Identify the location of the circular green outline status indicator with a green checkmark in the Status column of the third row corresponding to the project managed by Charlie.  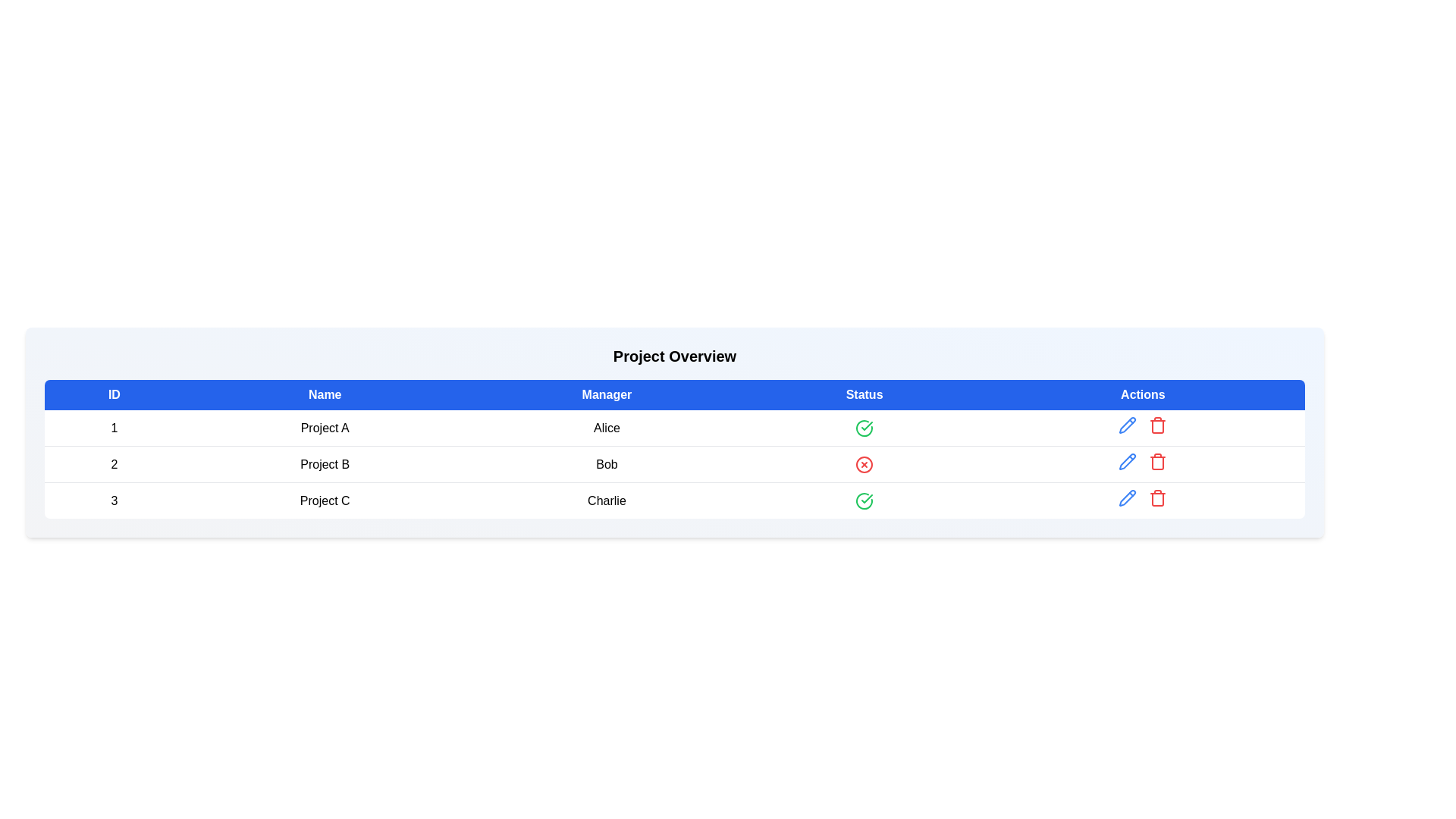
(864, 500).